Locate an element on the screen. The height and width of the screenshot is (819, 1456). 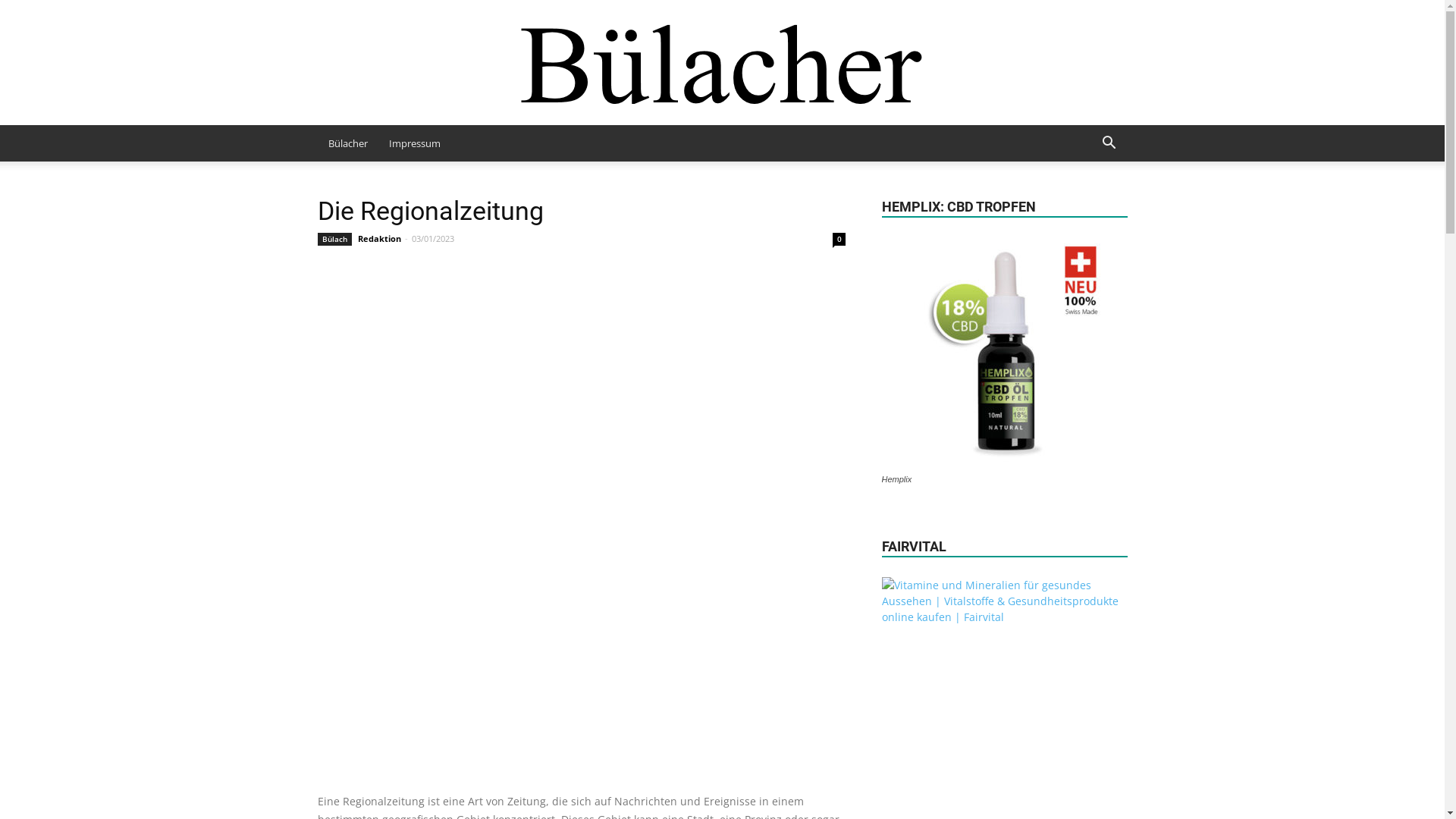
'Die Regionalzeitung' is located at coordinates (428, 210).